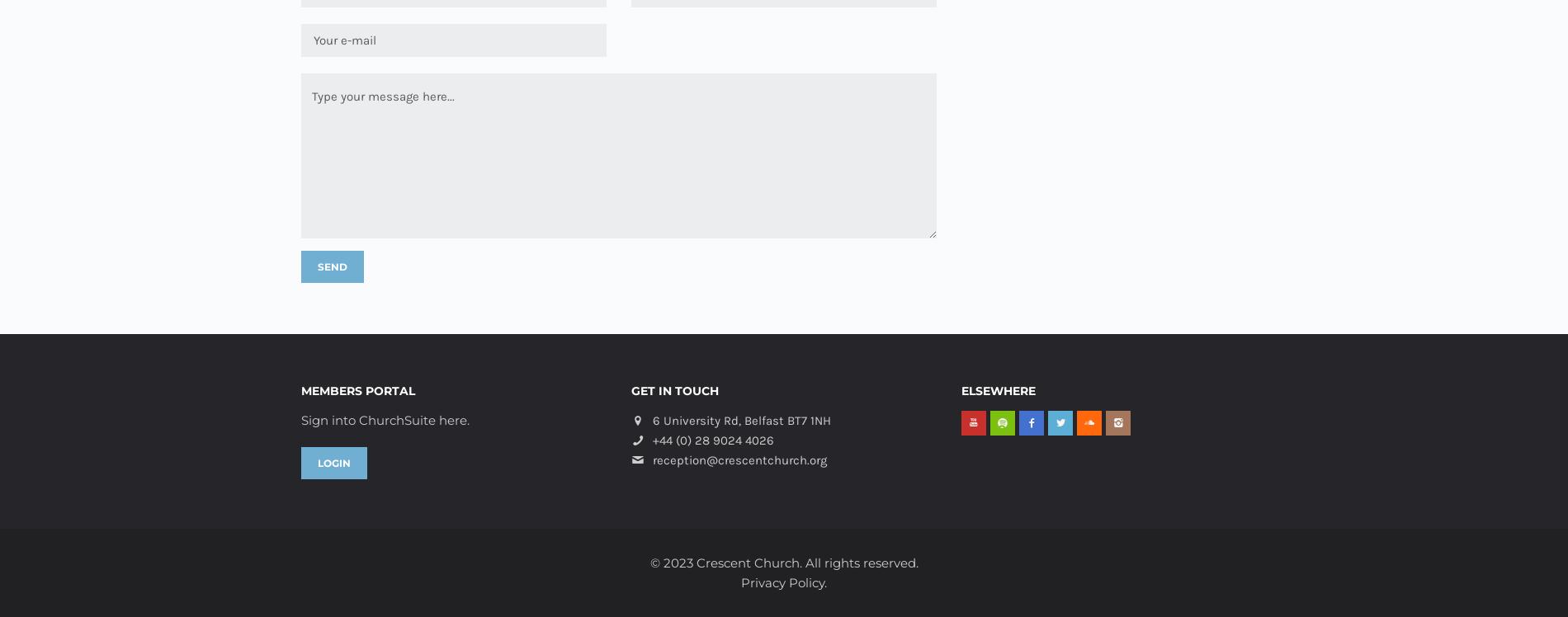  What do you see at coordinates (711, 439) in the screenshot?
I see `'+44 (0) 28 9024 4026'` at bounding box center [711, 439].